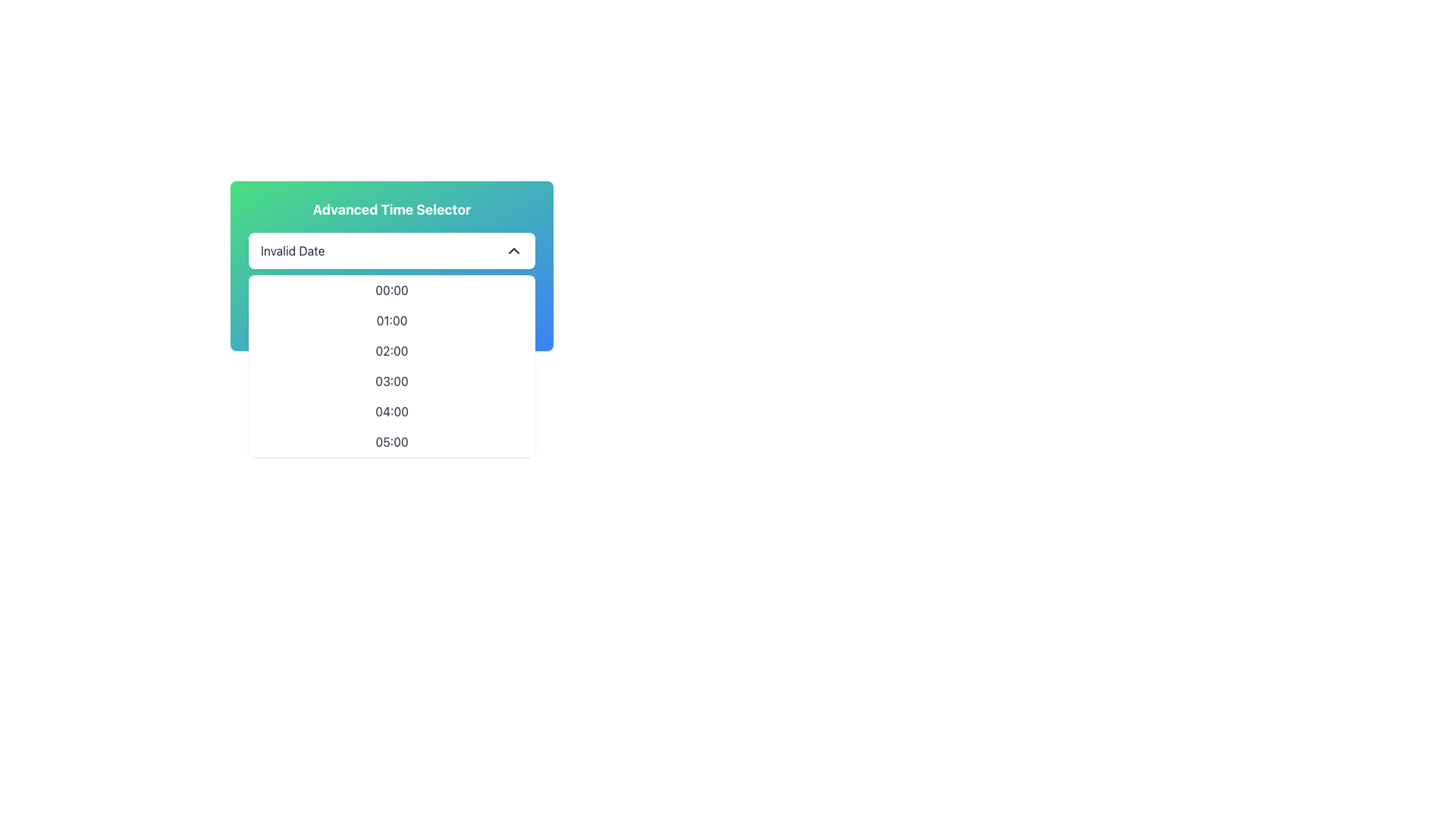 The image size is (1456, 819). I want to click on the dropdown menu item displaying '00:00' located under the 'Invalid Date' input field, so click(392, 290).